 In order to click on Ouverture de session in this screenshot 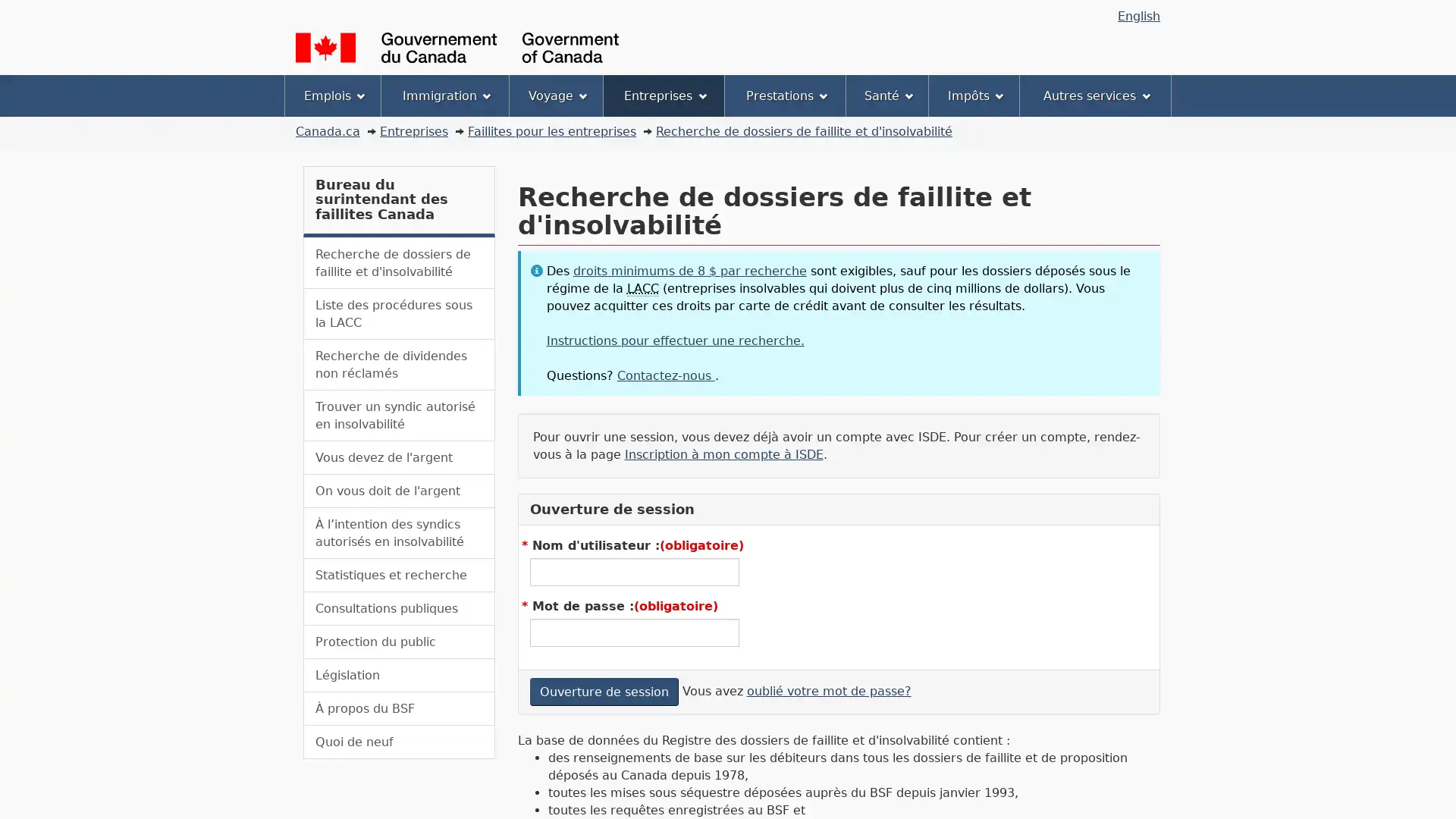, I will do `click(603, 691)`.